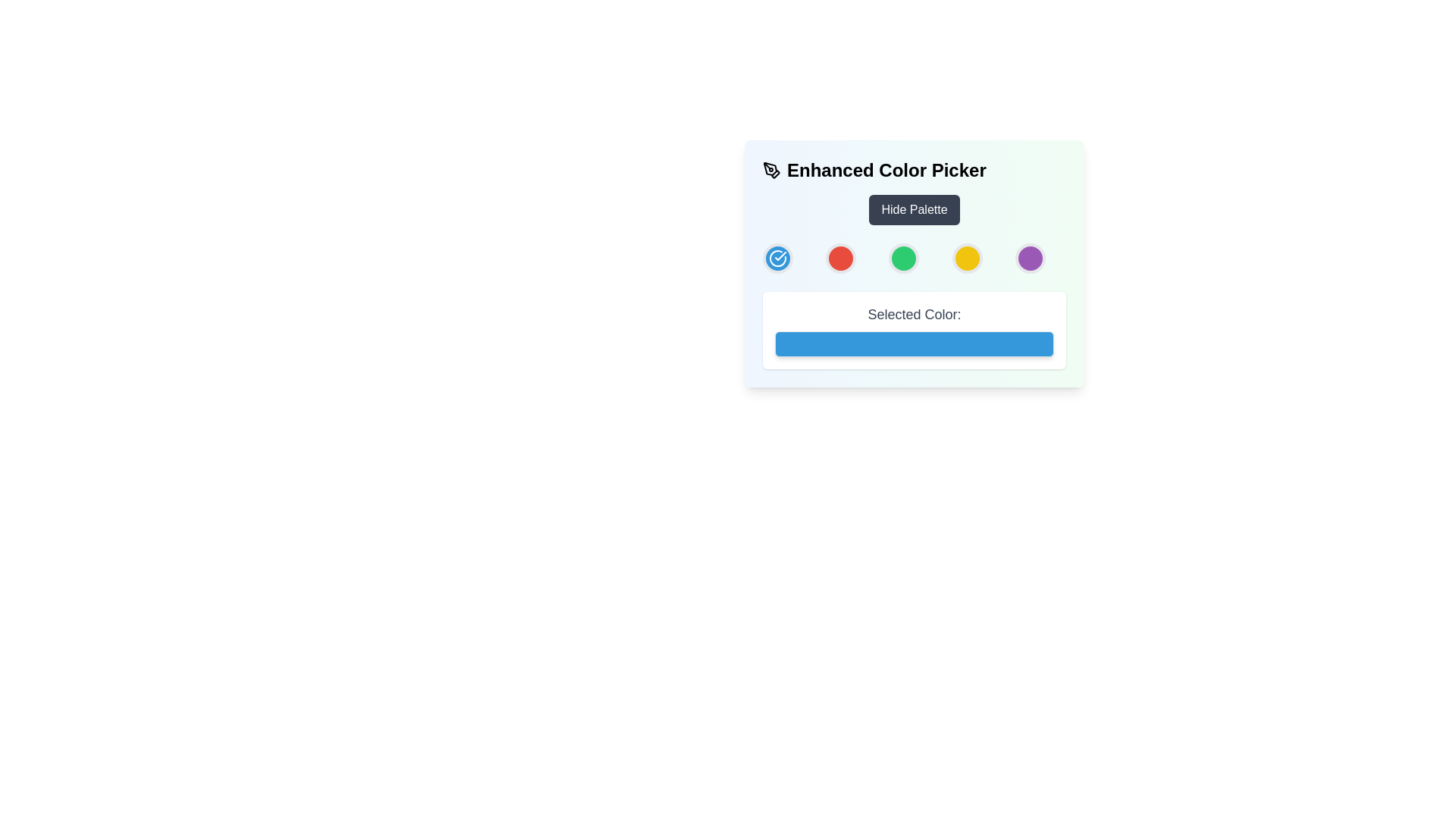 This screenshot has height=819, width=1456. What do you see at coordinates (913, 210) in the screenshot?
I see `the button located centrally within the 'Enhanced Color Picker' interface to hide the palette display` at bounding box center [913, 210].